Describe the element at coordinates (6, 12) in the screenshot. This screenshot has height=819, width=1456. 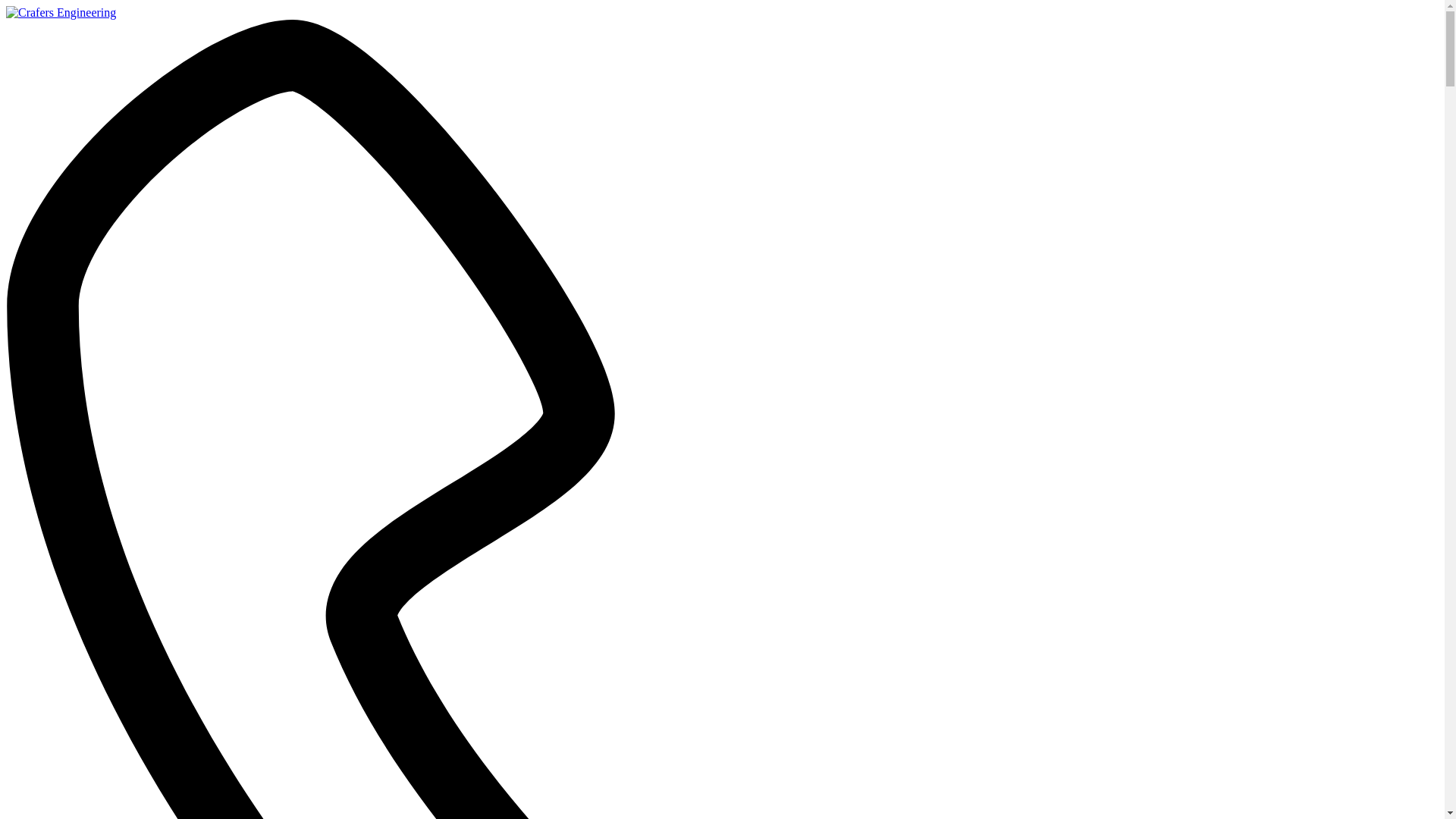
I see `'Crafers Engineering'` at that location.